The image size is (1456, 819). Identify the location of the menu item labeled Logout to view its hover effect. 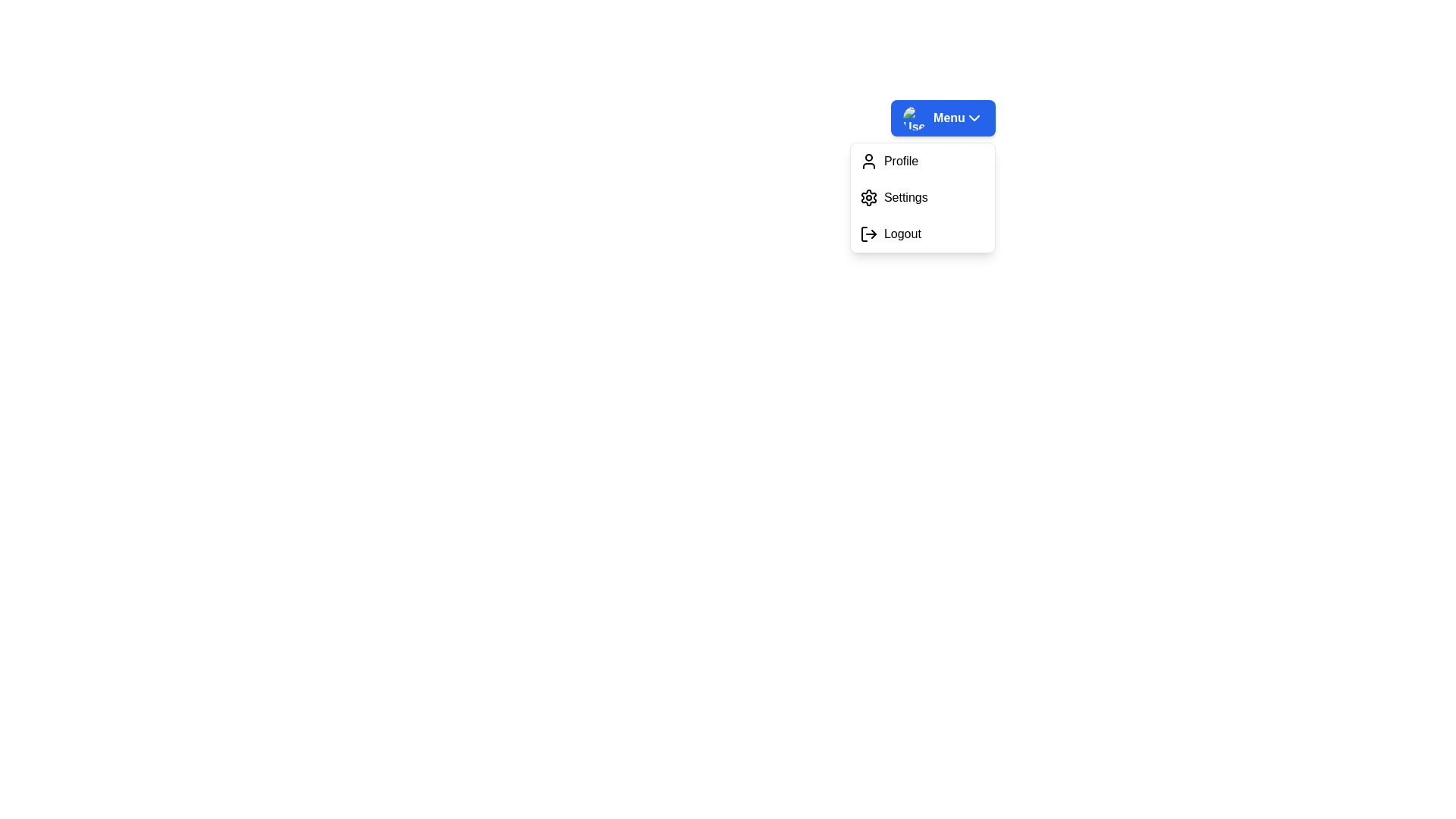
(921, 234).